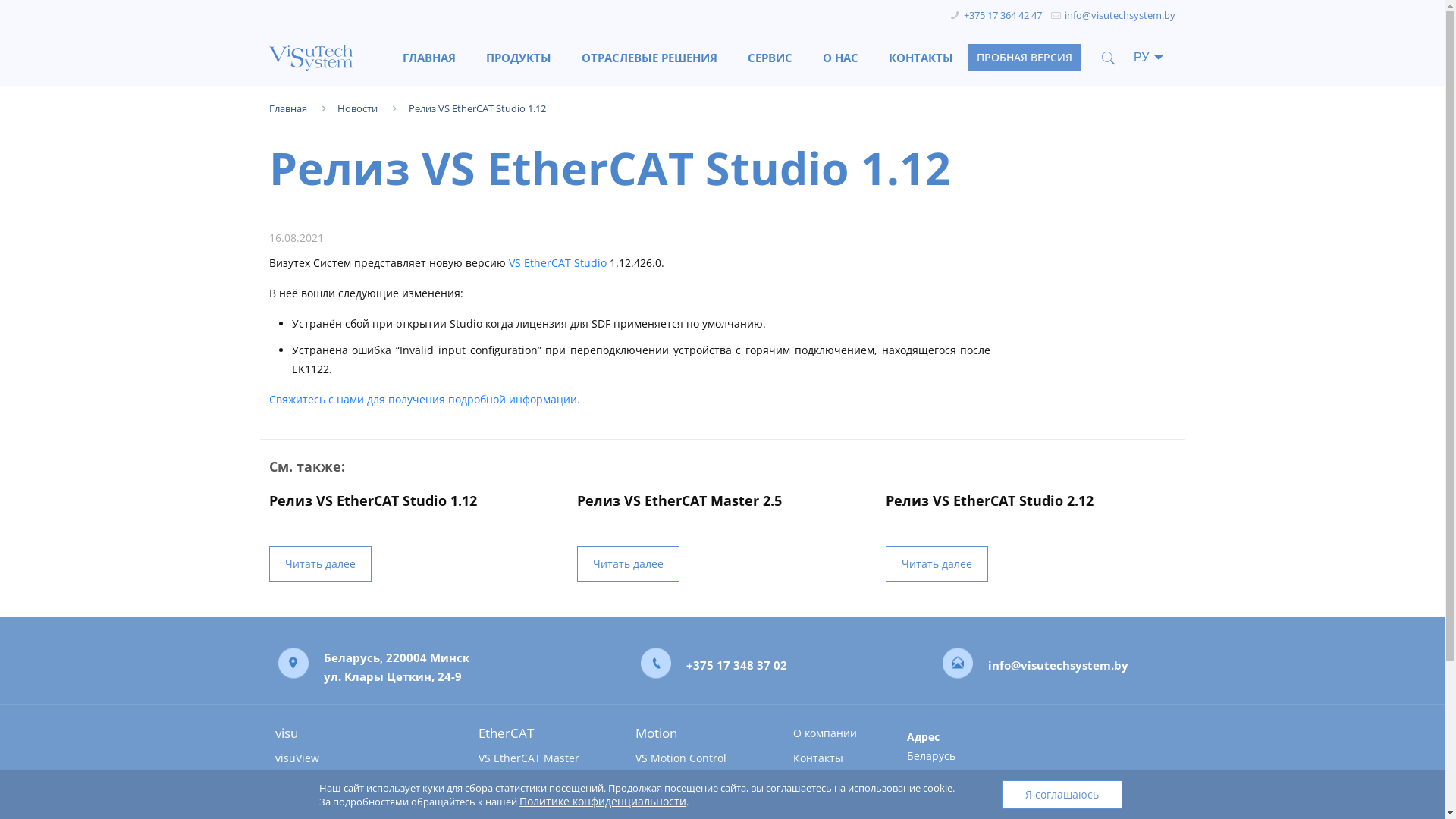 The width and height of the screenshot is (1456, 819). I want to click on 'visuServer', so click(359, 783).